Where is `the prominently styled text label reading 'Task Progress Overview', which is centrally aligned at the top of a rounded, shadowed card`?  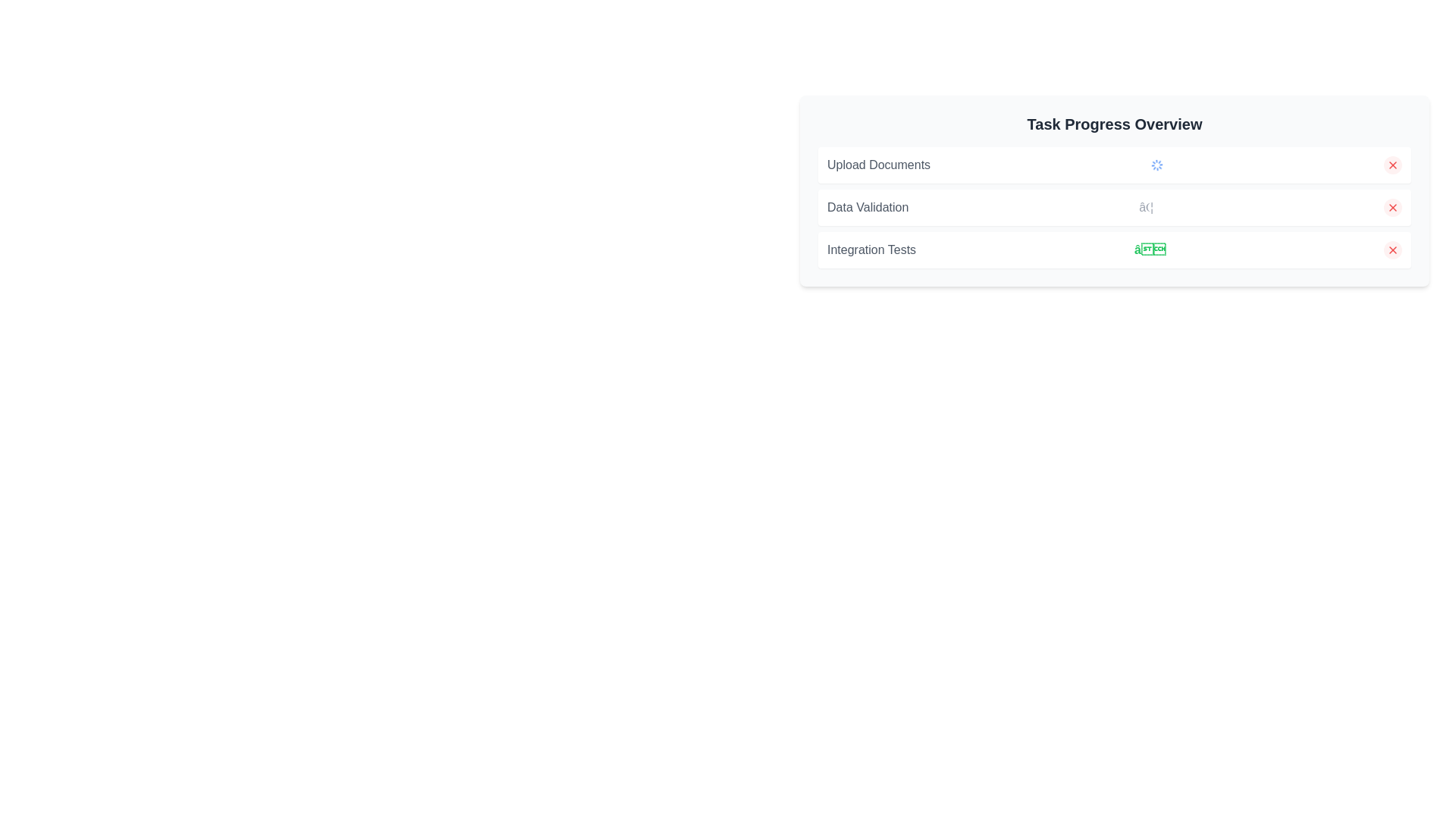 the prominently styled text label reading 'Task Progress Overview', which is centrally aligned at the top of a rounded, shadowed card is located at coordinates (1114, 124).